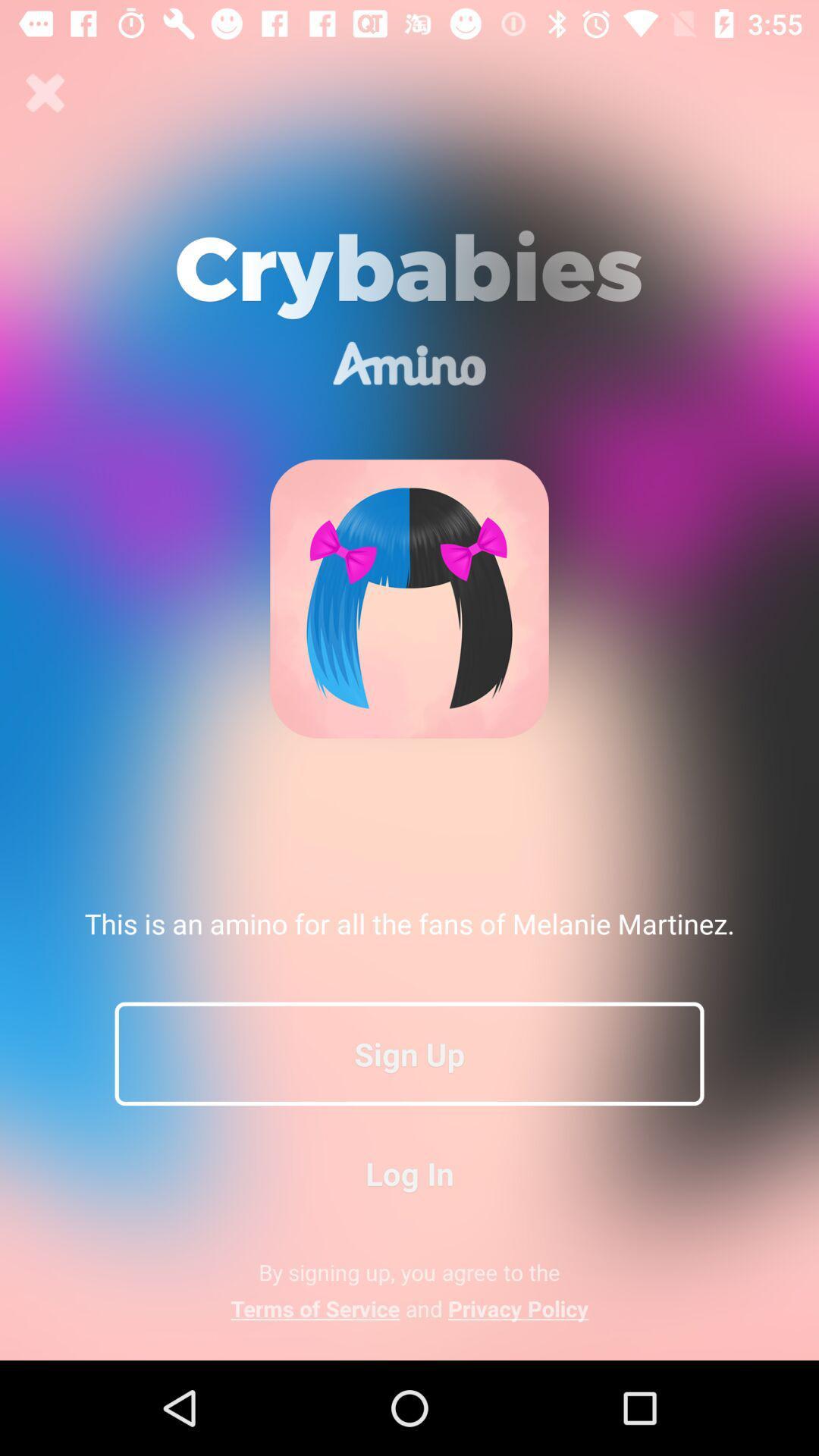 Image resolution: width=819 pixels, height=1456 pixels. I want to click on the item above the by signing up app, so click(409, 1172).